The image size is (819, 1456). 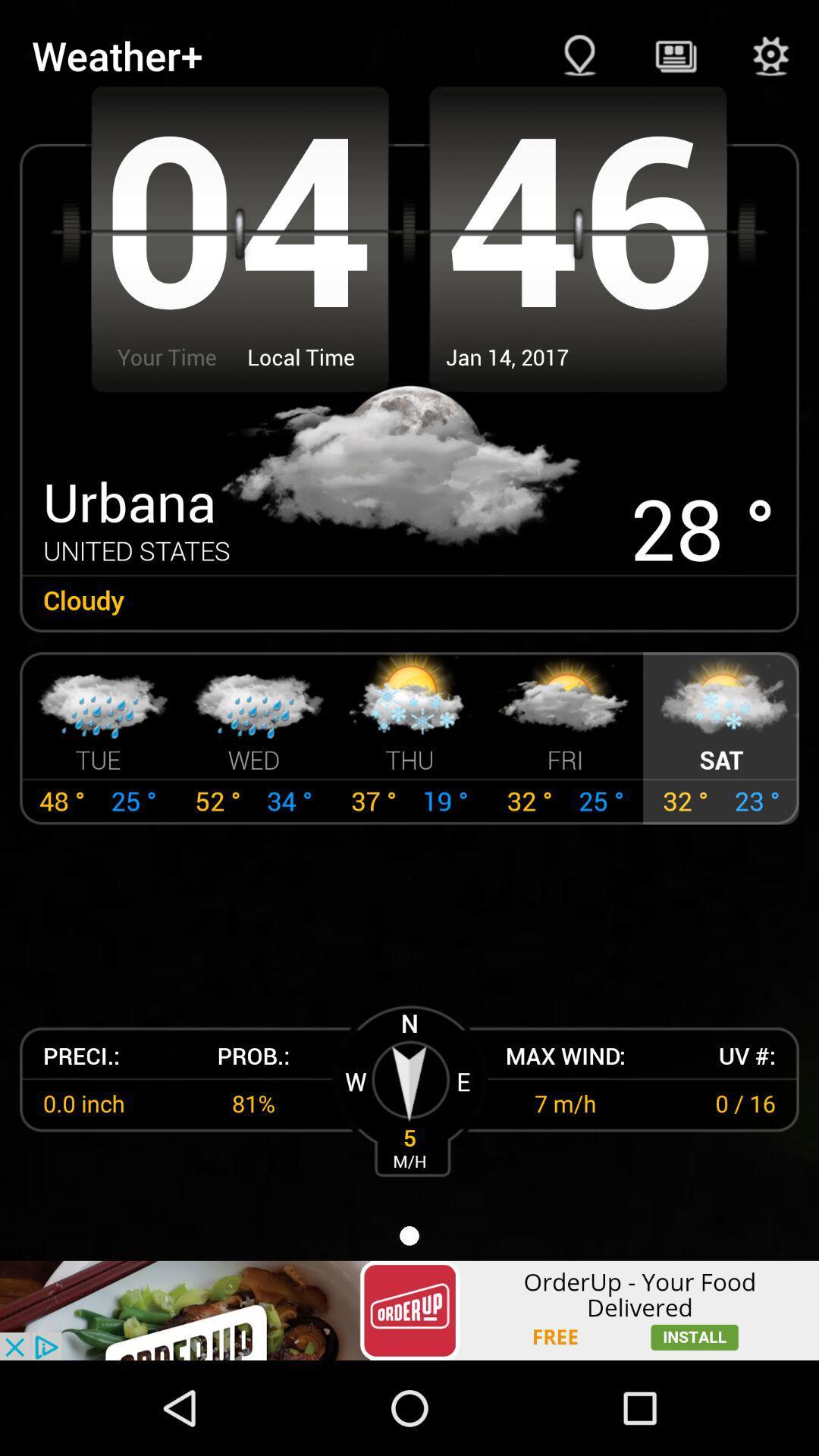 I want to click on advertisement page, so click(x=409, y=1310).